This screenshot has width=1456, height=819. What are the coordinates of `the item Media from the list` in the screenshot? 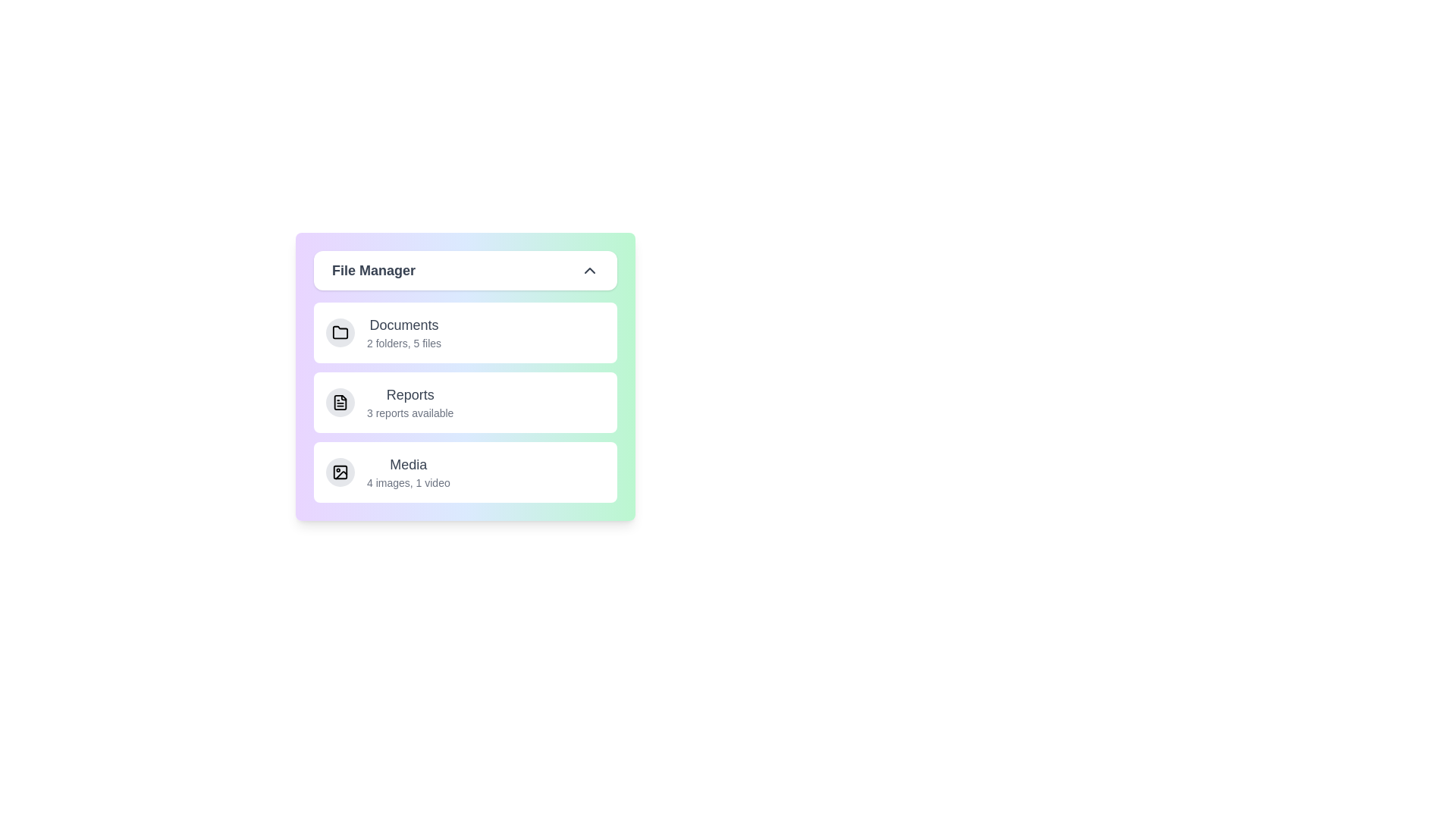 It's located at (465, 472).